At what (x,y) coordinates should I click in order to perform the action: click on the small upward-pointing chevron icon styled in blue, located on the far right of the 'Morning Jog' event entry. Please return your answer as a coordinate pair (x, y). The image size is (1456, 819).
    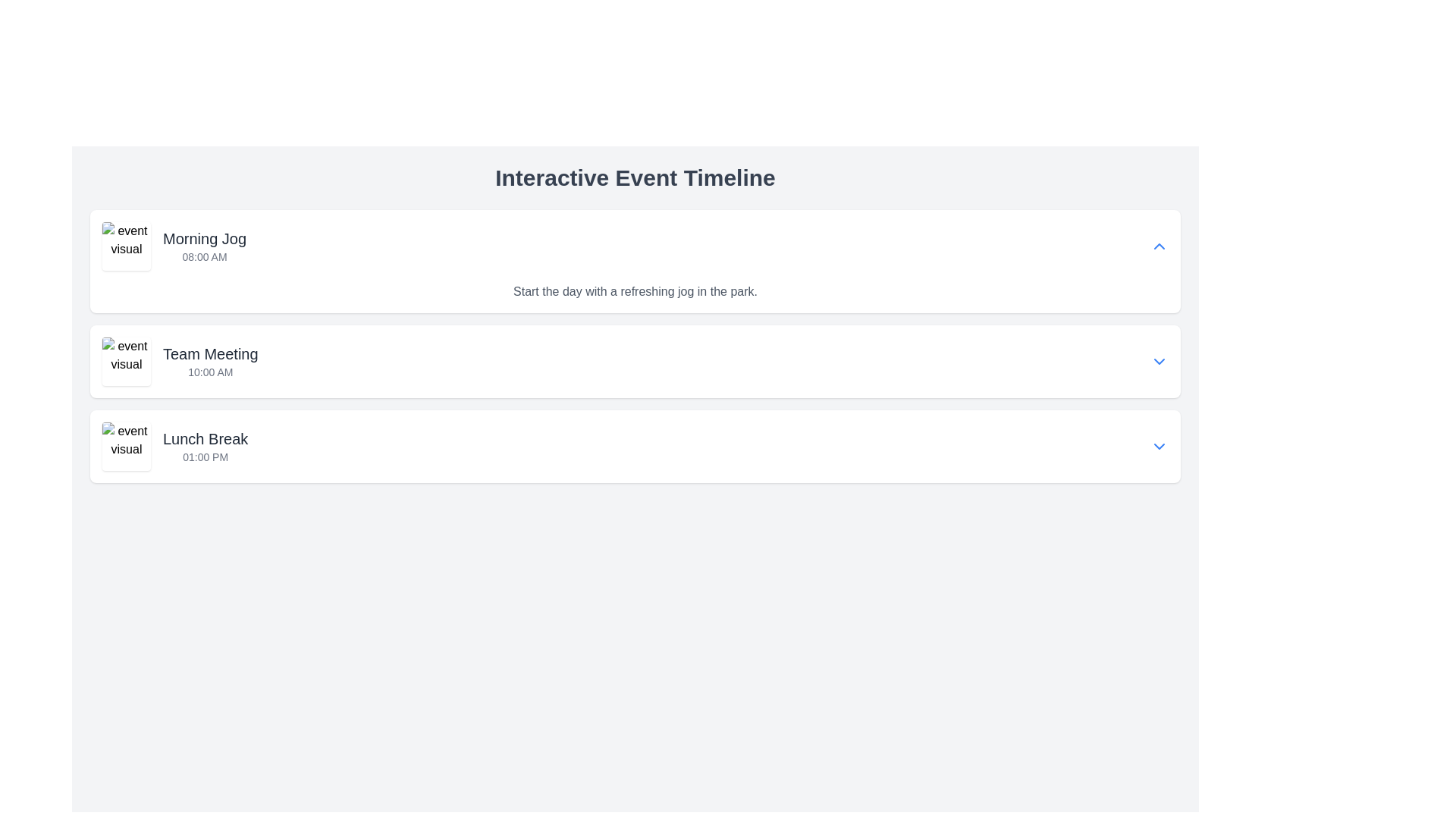
    Looking at the image, I should click on (1159, 245).